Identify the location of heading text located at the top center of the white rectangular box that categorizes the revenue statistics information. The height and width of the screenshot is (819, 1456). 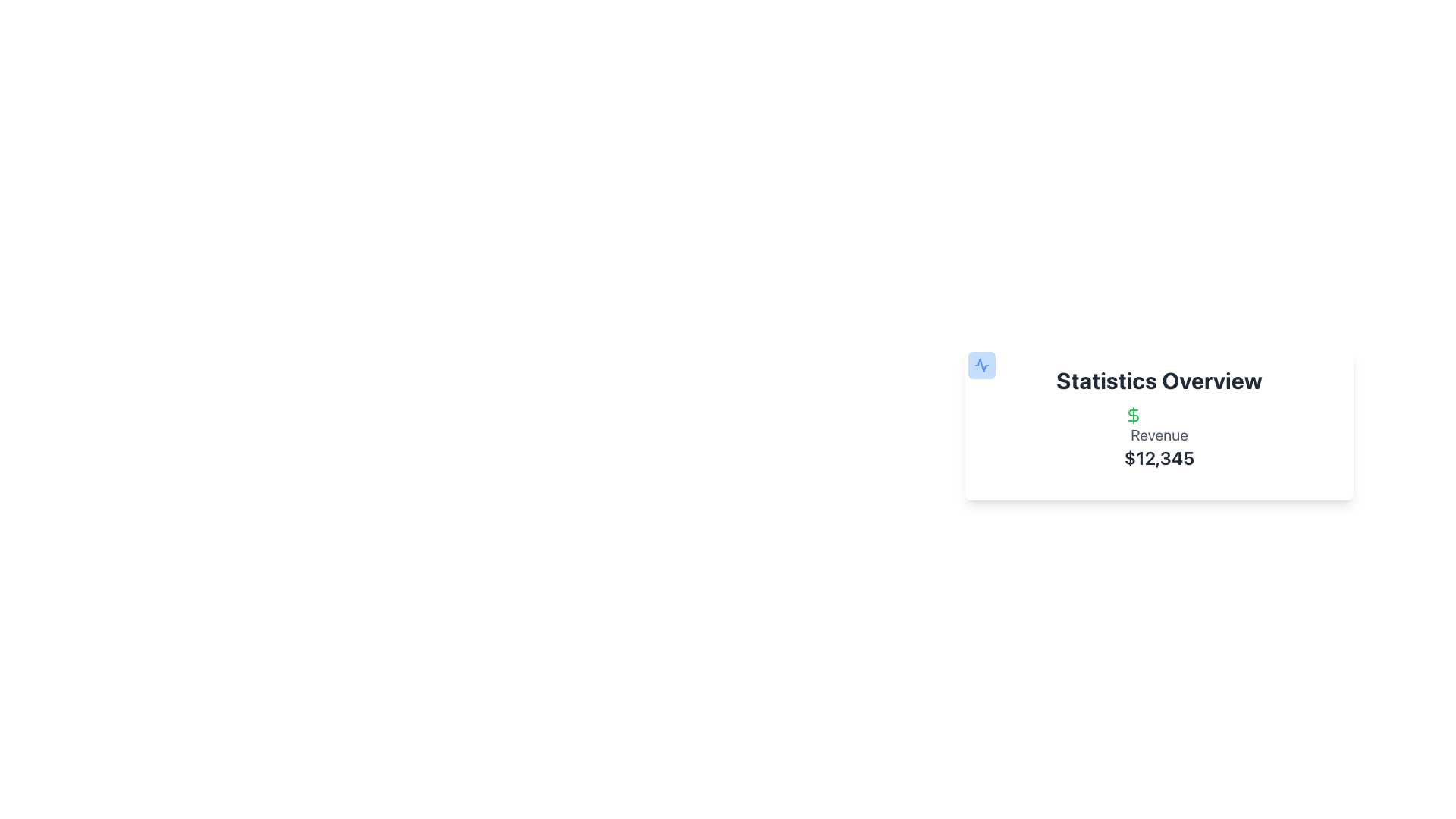
(1159, 379).